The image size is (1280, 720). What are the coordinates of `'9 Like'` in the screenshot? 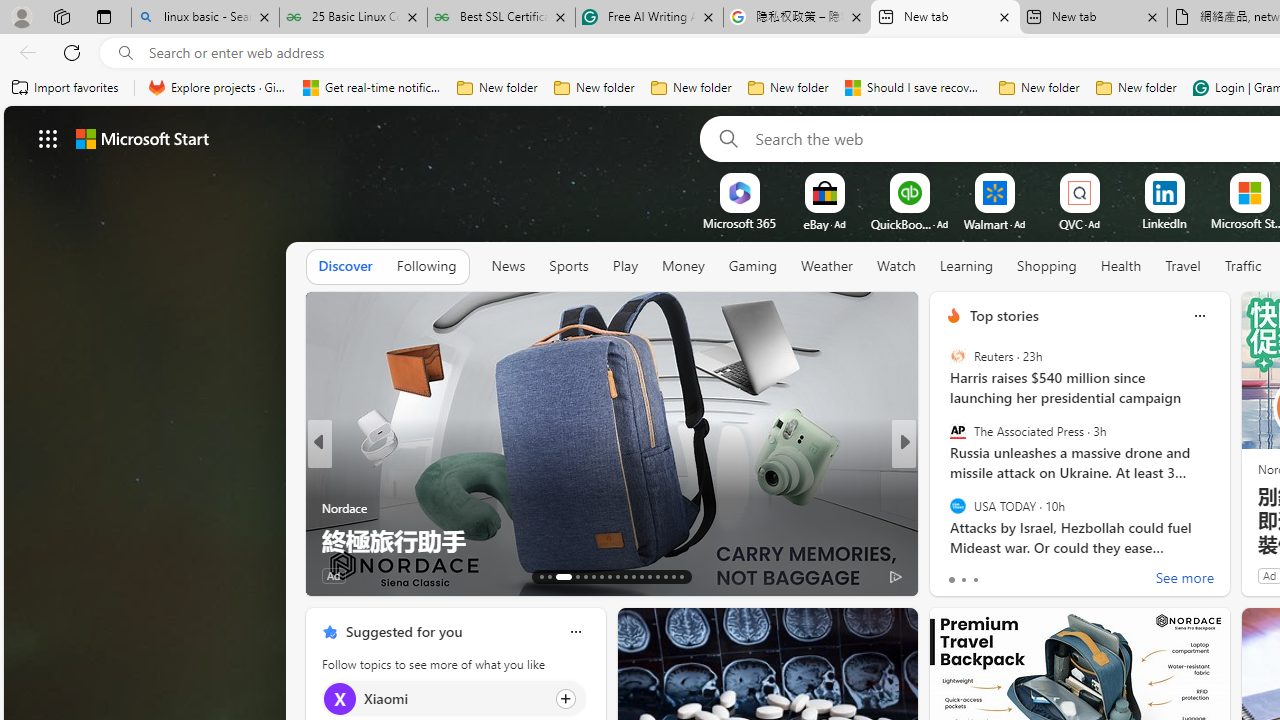 It's located at (951, 575).